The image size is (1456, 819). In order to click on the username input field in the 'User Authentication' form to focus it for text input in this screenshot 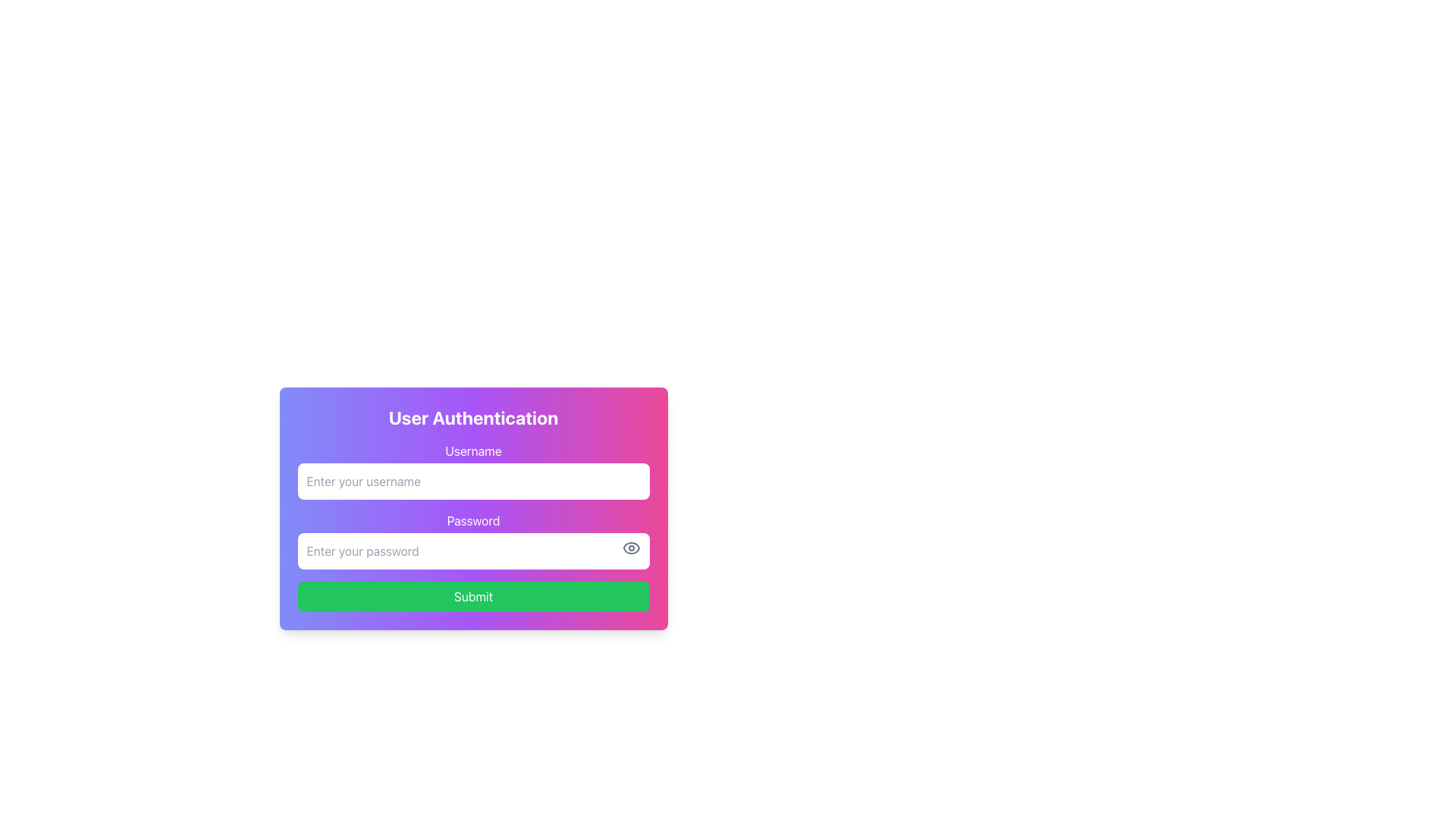, I will do `click(472, 470)`.